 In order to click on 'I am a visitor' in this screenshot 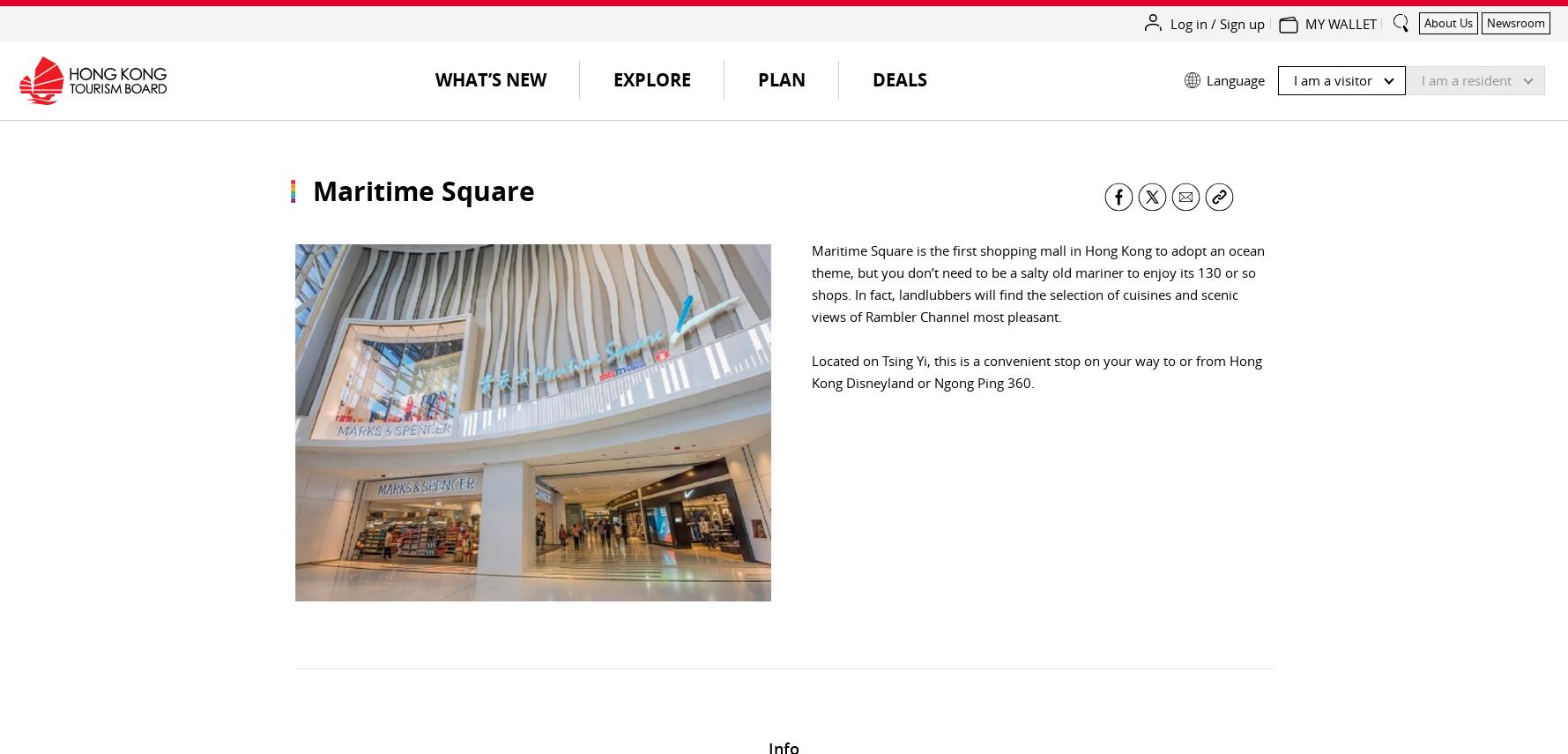, I will do `click(1333, 79)`.